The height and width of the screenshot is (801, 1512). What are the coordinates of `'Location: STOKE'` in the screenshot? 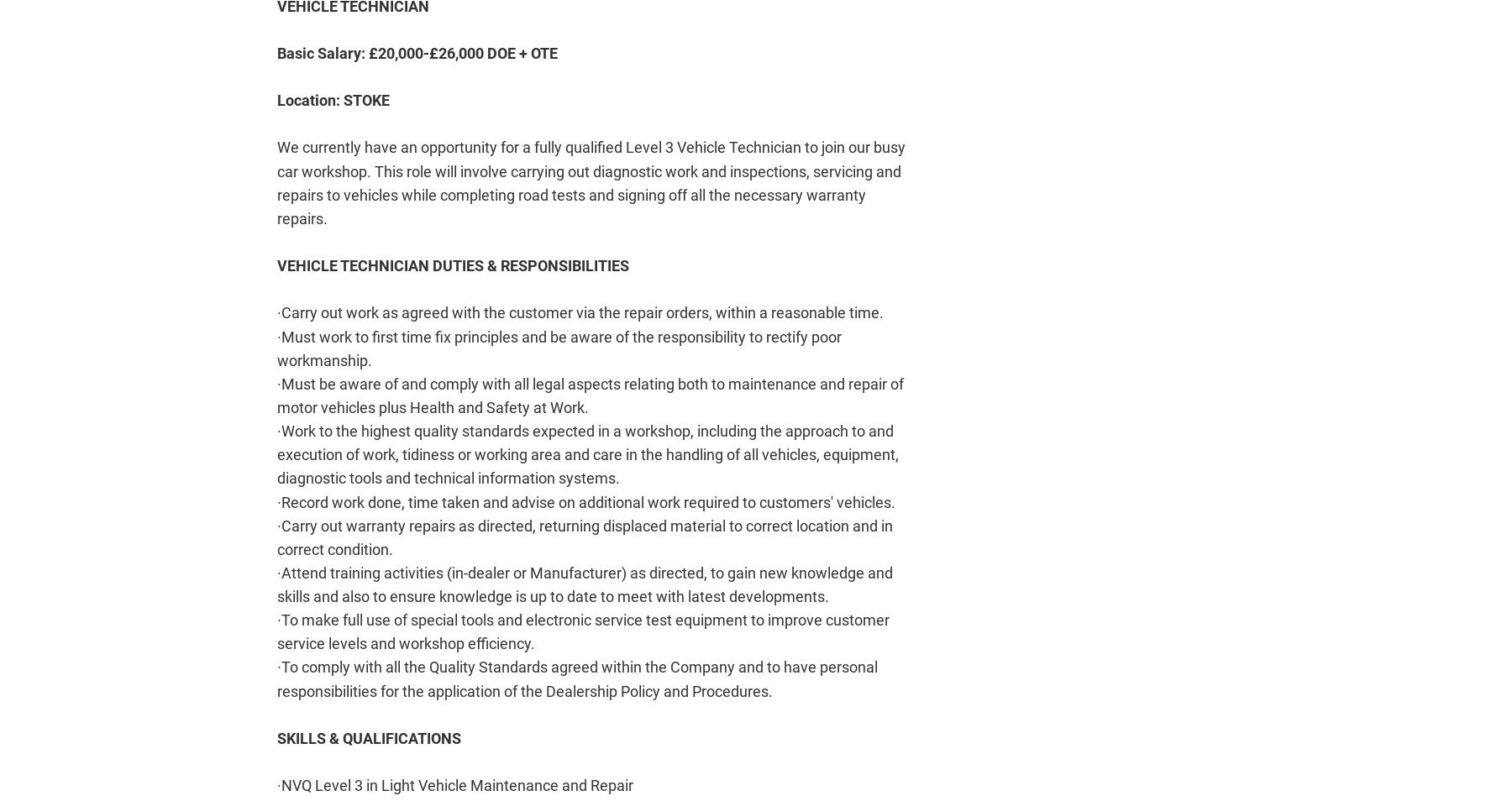 It's located at (333, 100).